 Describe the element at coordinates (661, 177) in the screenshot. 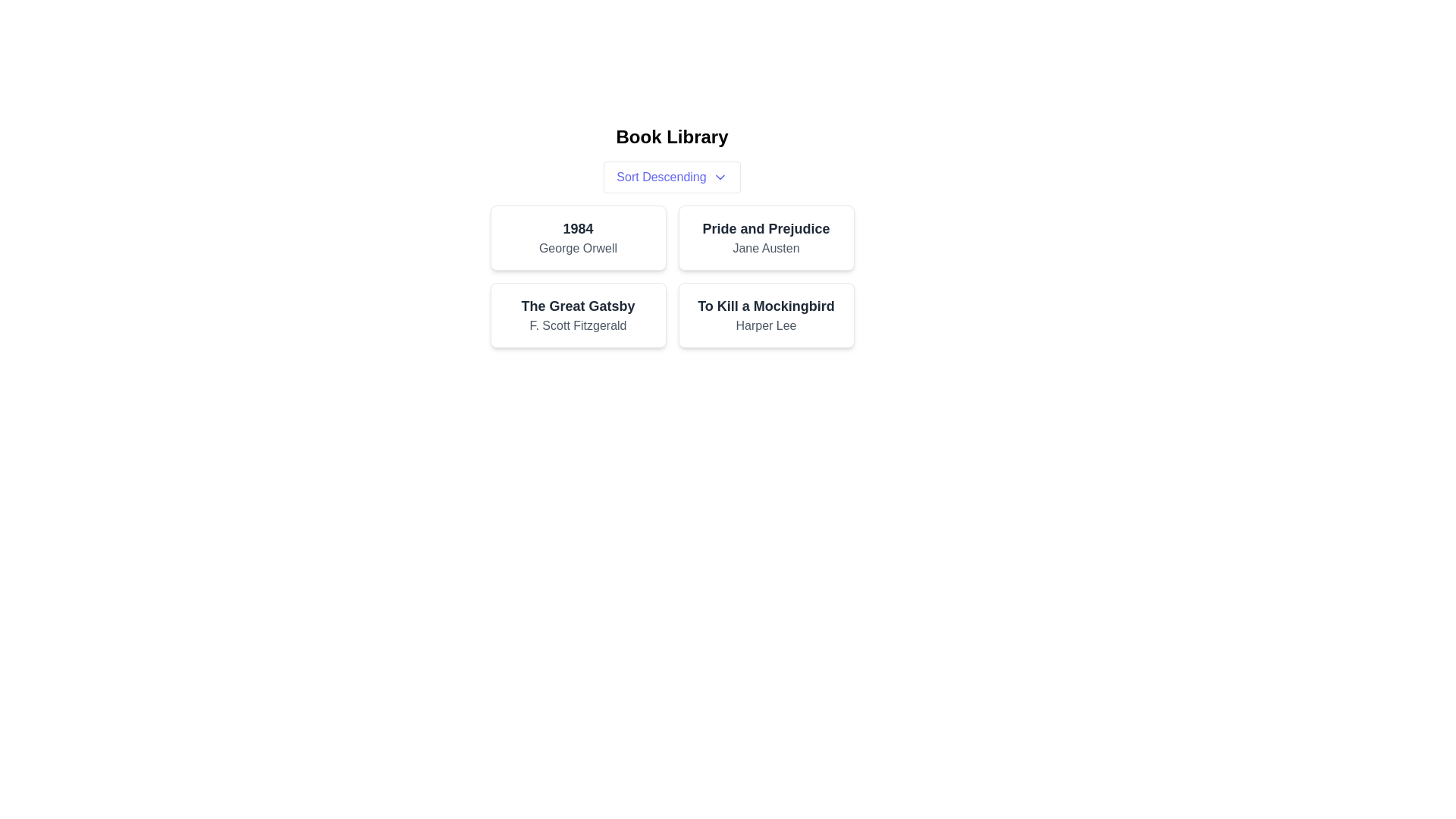

I see `the 'Sort Descending' text label within the dropdown menu to interact with it` at that location.